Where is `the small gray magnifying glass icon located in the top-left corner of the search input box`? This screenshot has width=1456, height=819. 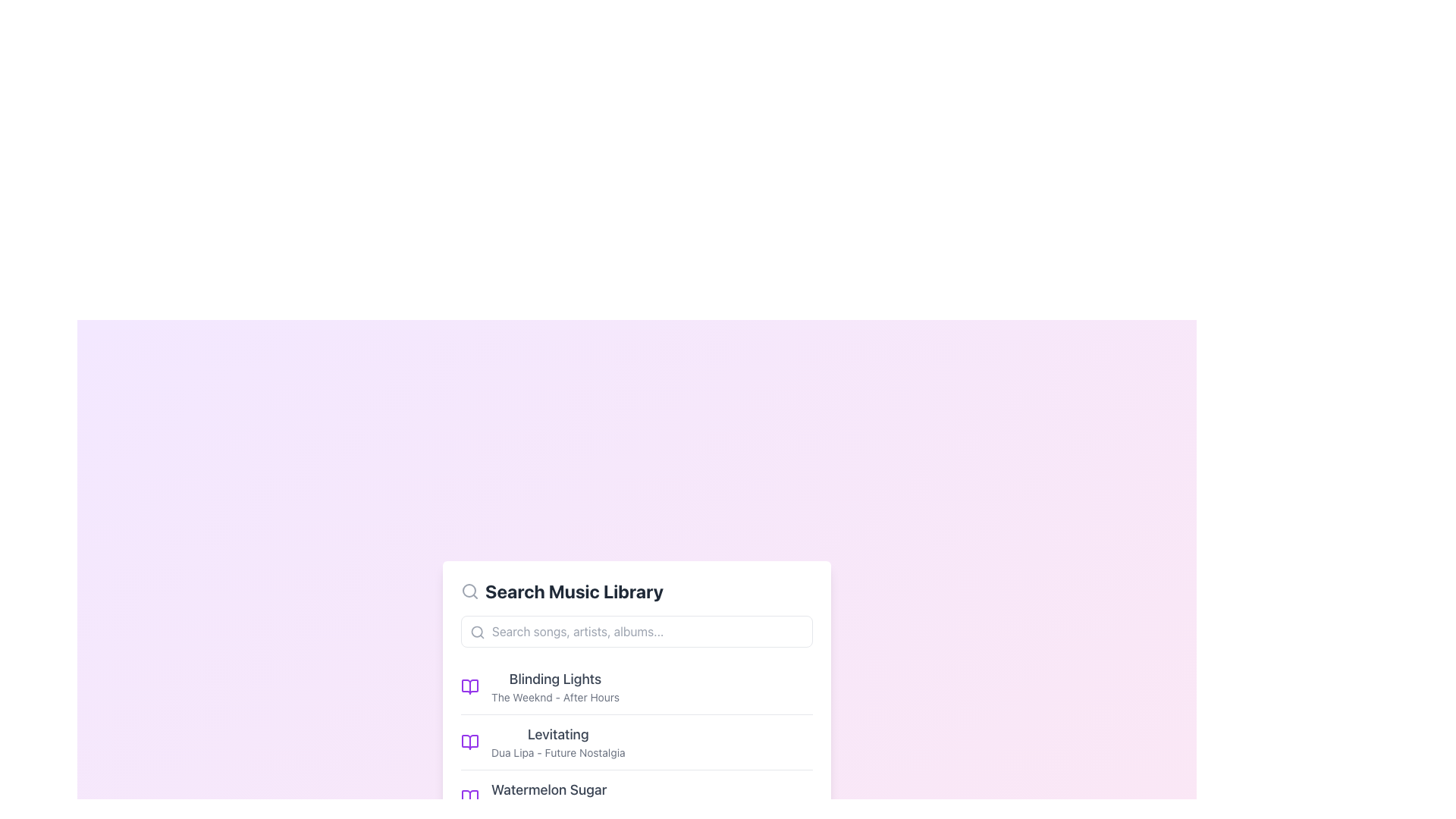
the small gray magnifying glass icon located in the top-left corner of the search input box is located at coordinates (476, 632).